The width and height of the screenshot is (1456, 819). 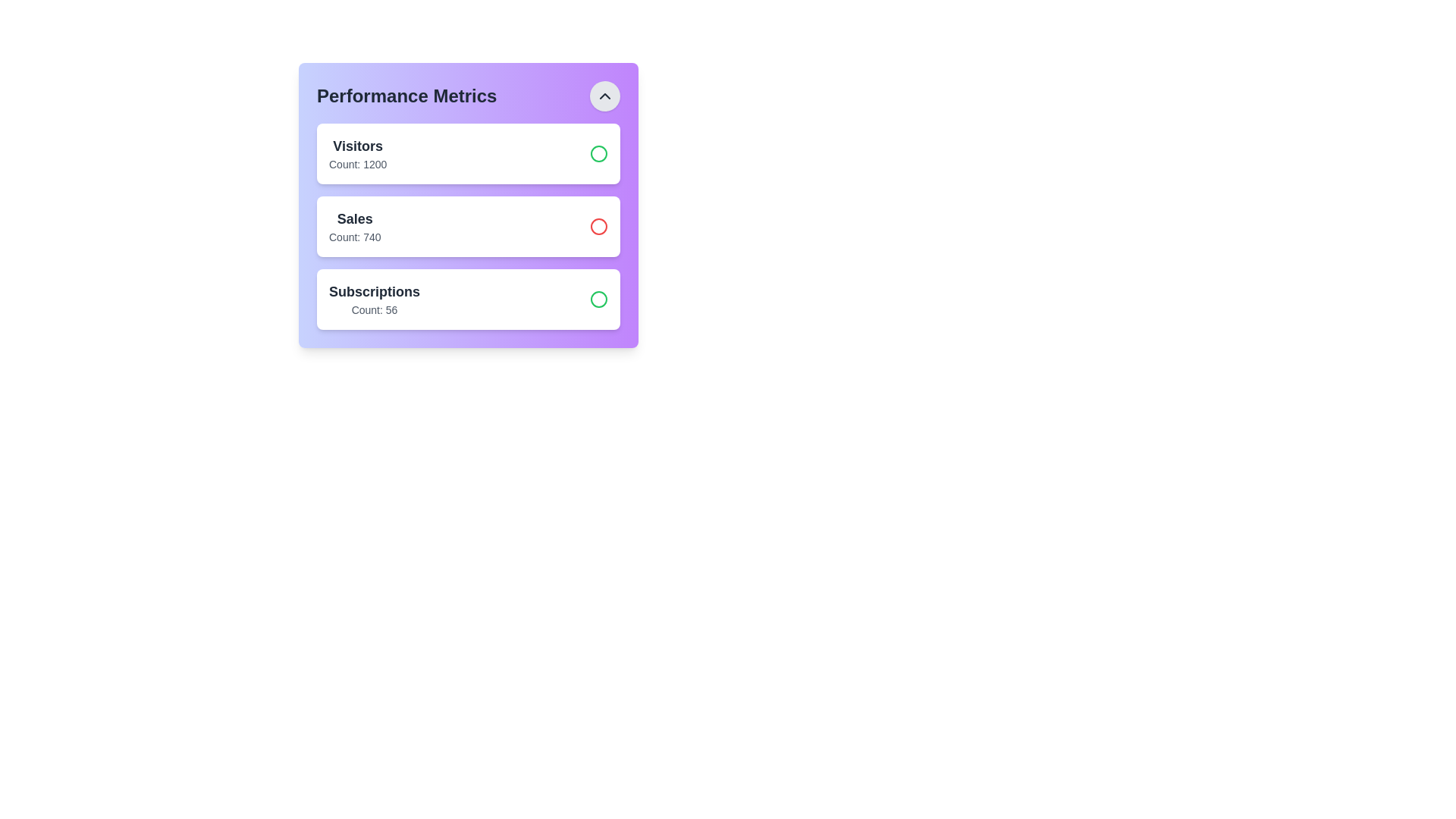 I want to click on the toggle button to expand or collapse the stats list, so click(x=604, y=96).